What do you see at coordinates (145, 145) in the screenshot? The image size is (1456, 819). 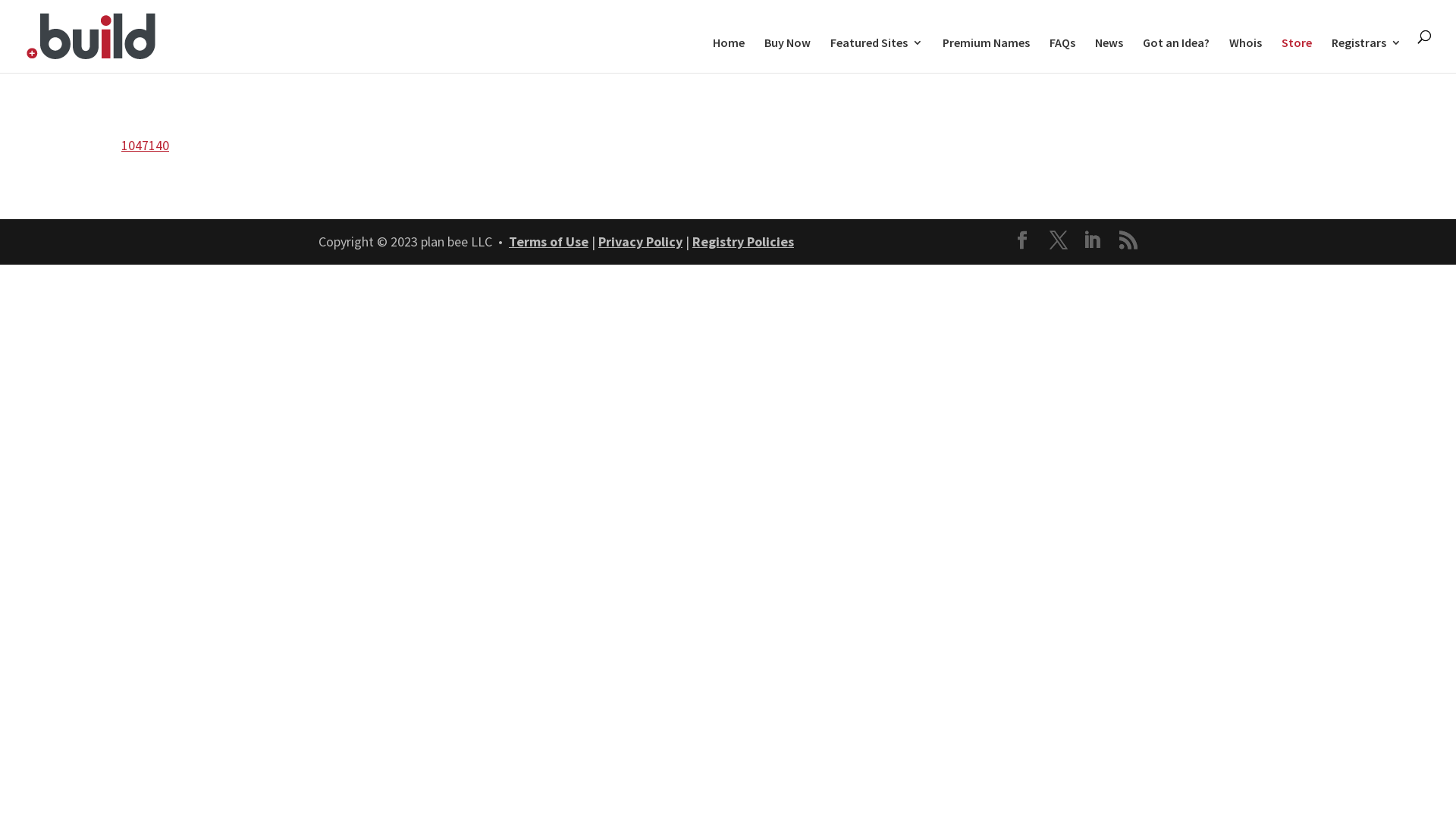 I see `'1047140'` at bounding box center [145, 145].